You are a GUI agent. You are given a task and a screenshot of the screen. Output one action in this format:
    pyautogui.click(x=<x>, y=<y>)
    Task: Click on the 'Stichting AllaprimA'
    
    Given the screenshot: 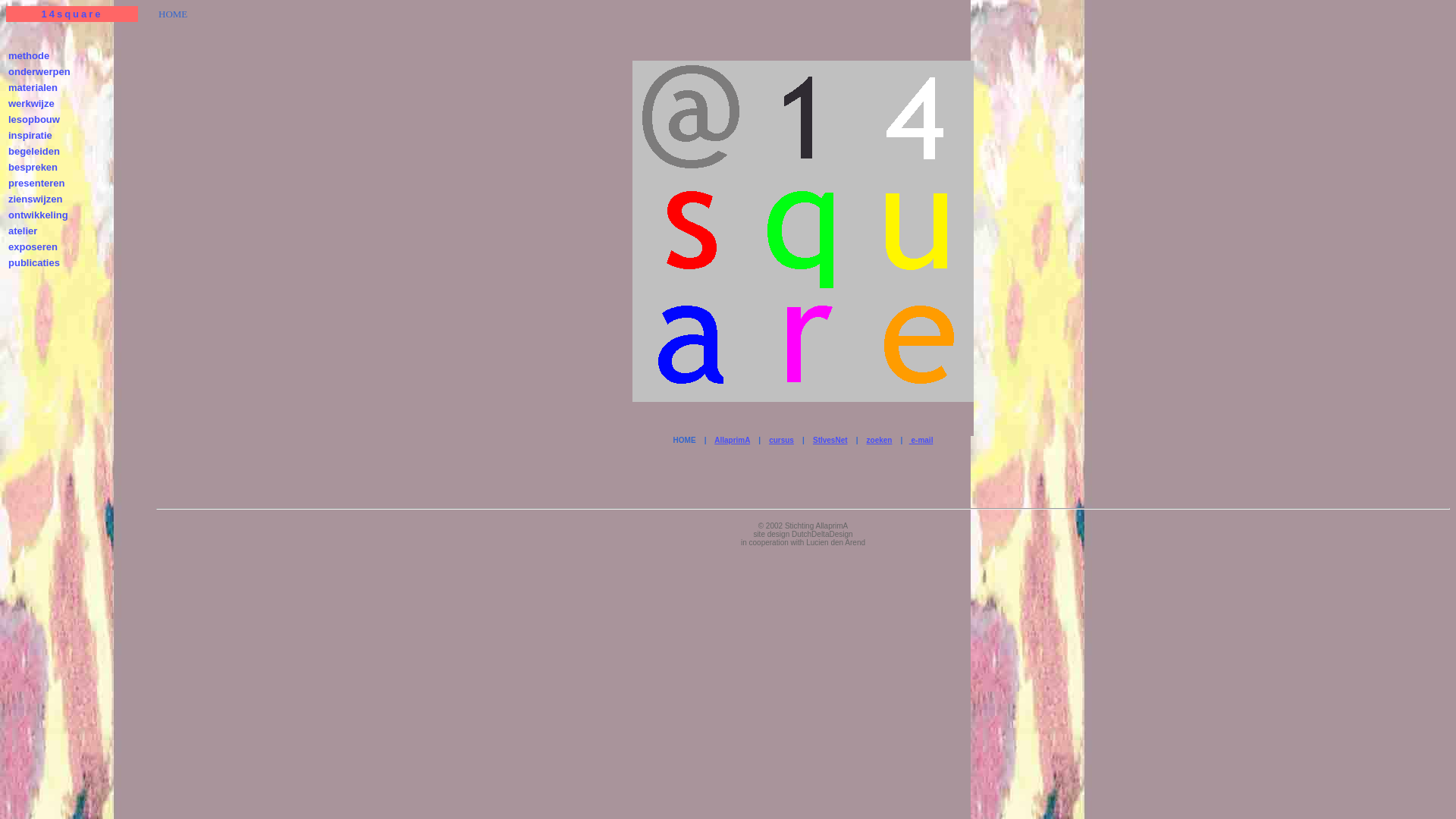 What is the action you would take?
    pyautogui.click(x=785, y=525)
    